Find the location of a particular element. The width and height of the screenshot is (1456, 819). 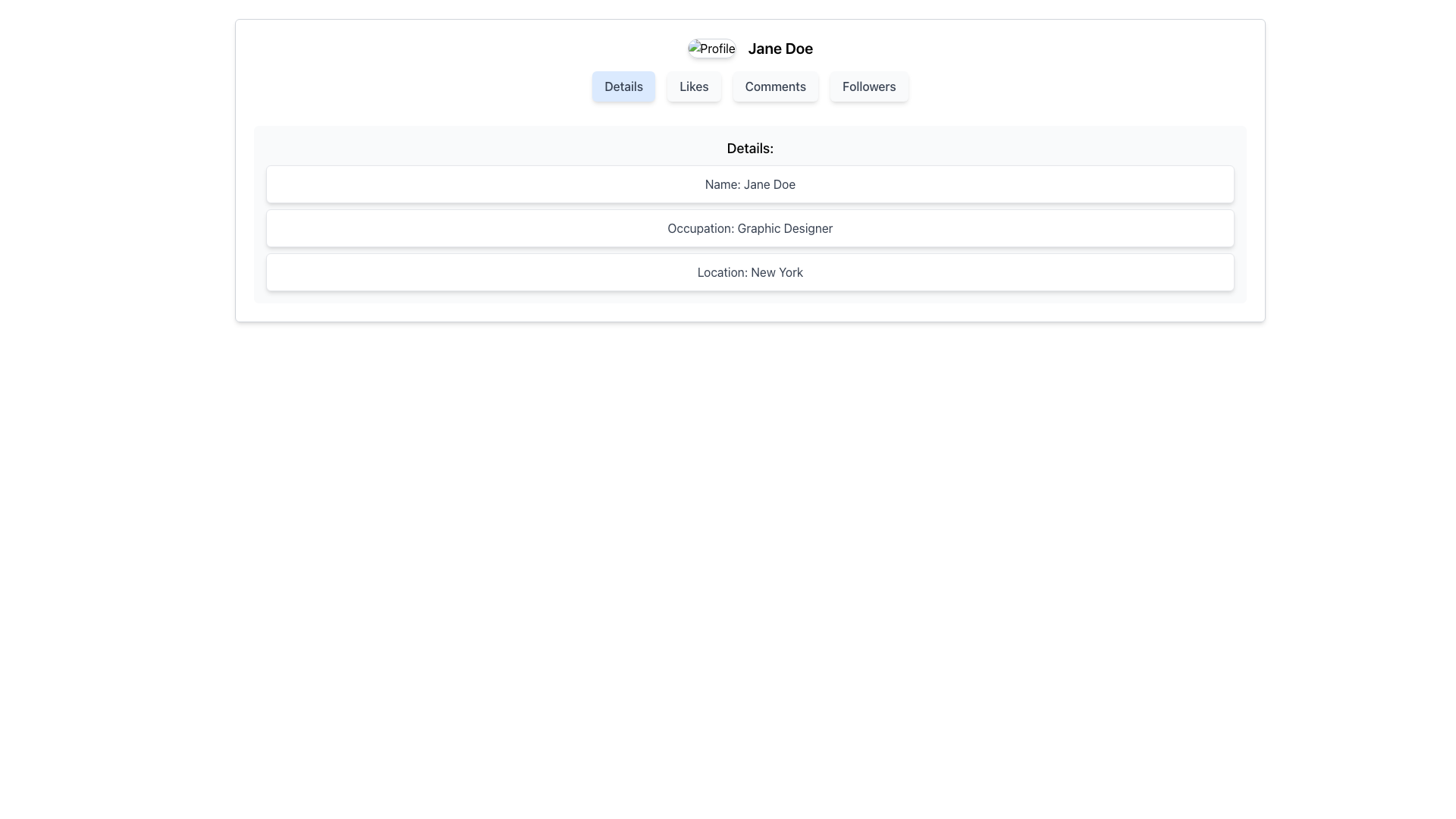

the 'Comments' button, which is a rectangular button with a light gray background and dark gray text, located centrally below the 'Jane Doe' heading is located at coordinates (775, 86).